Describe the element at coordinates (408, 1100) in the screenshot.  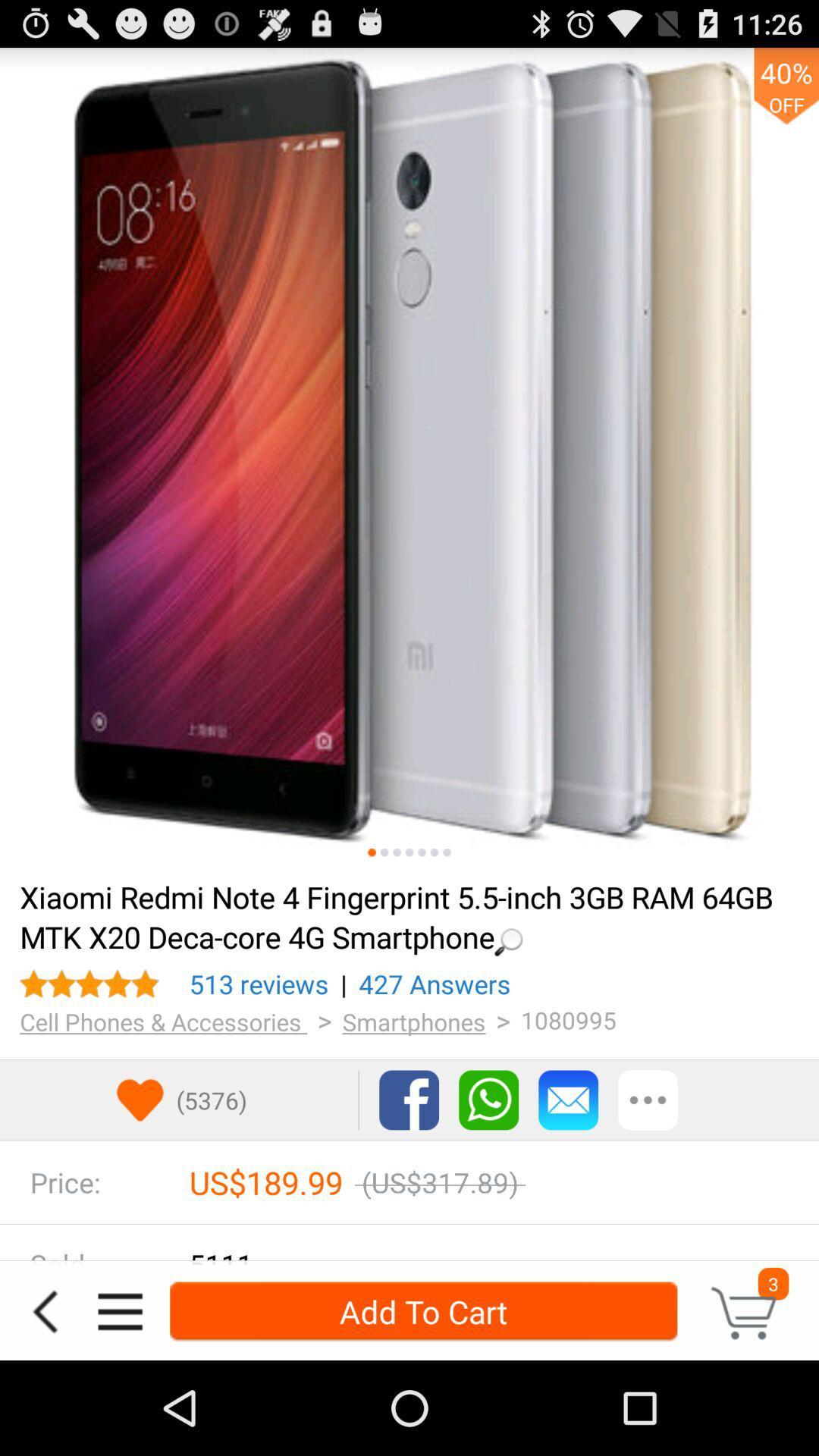
I see `share on facebook` at that location.